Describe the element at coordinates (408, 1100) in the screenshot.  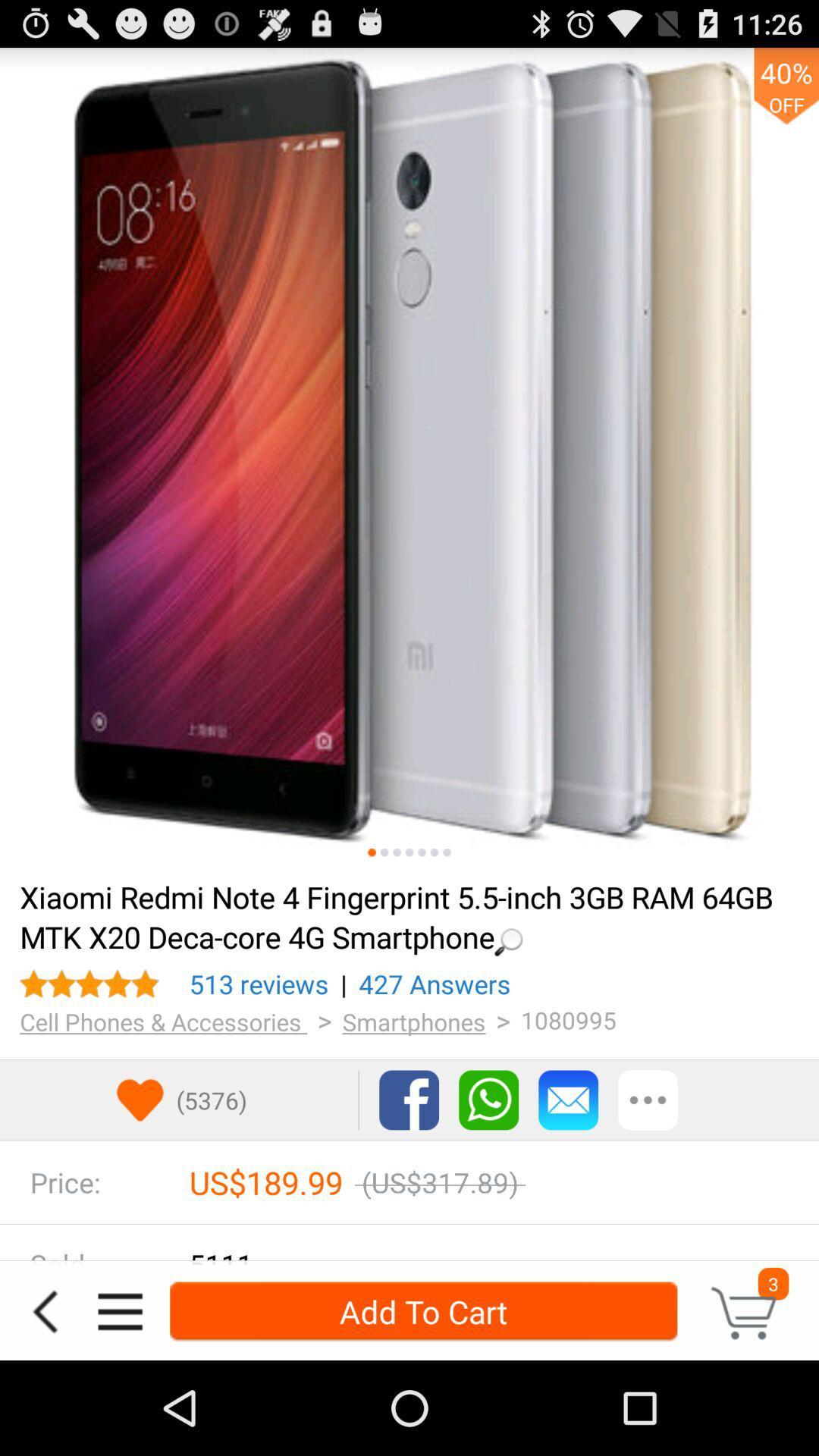
I see `share on facebook` at that location.